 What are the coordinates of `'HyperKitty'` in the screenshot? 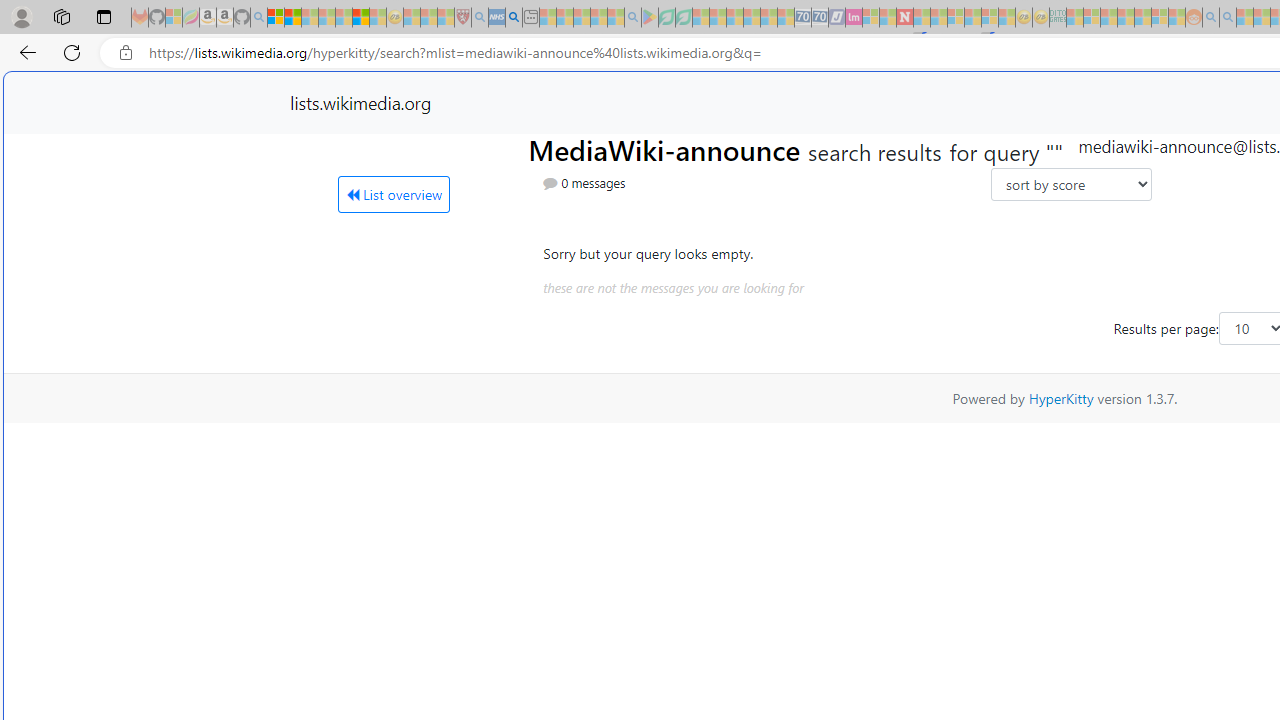 It's located at (1060, 398).